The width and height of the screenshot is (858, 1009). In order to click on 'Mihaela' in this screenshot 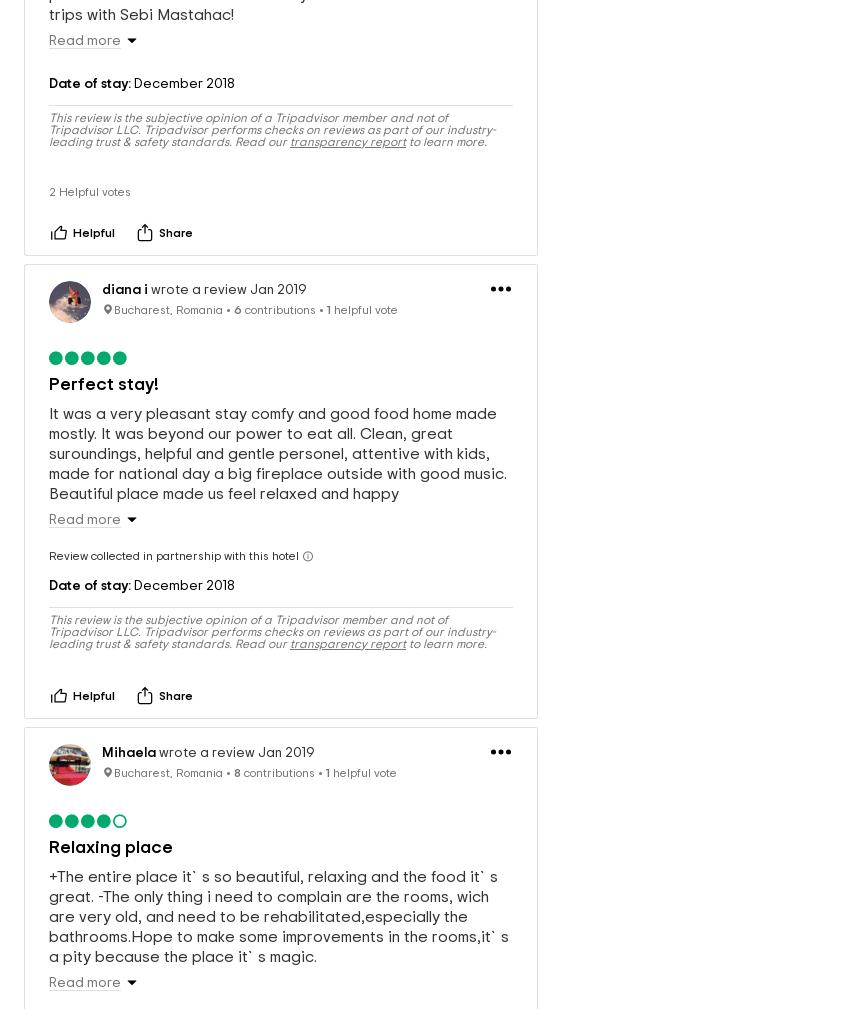, I will do `click(128, 732)`.